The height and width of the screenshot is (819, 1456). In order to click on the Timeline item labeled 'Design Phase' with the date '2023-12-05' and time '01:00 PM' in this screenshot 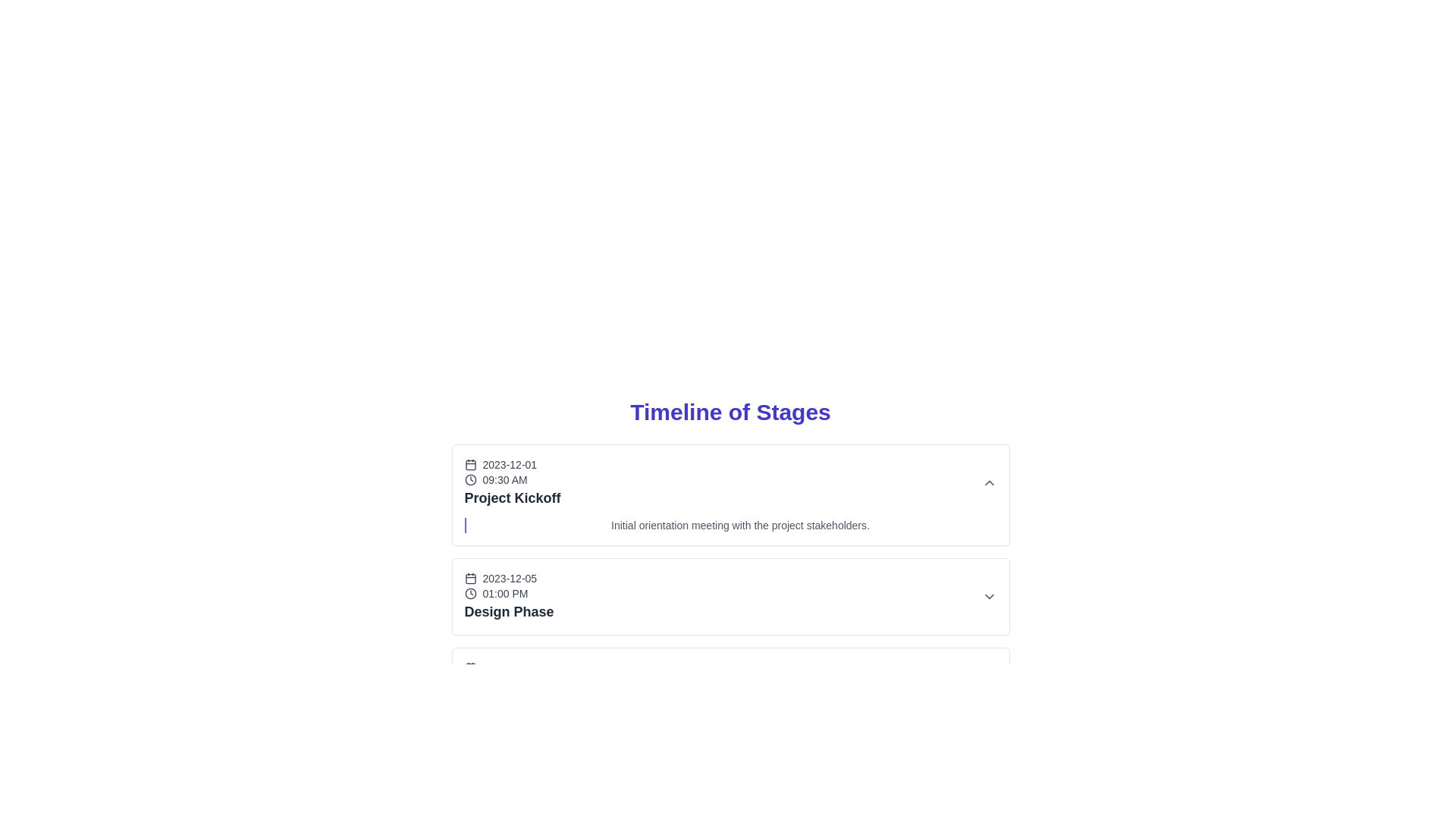, I will do `click(509, 595)`.